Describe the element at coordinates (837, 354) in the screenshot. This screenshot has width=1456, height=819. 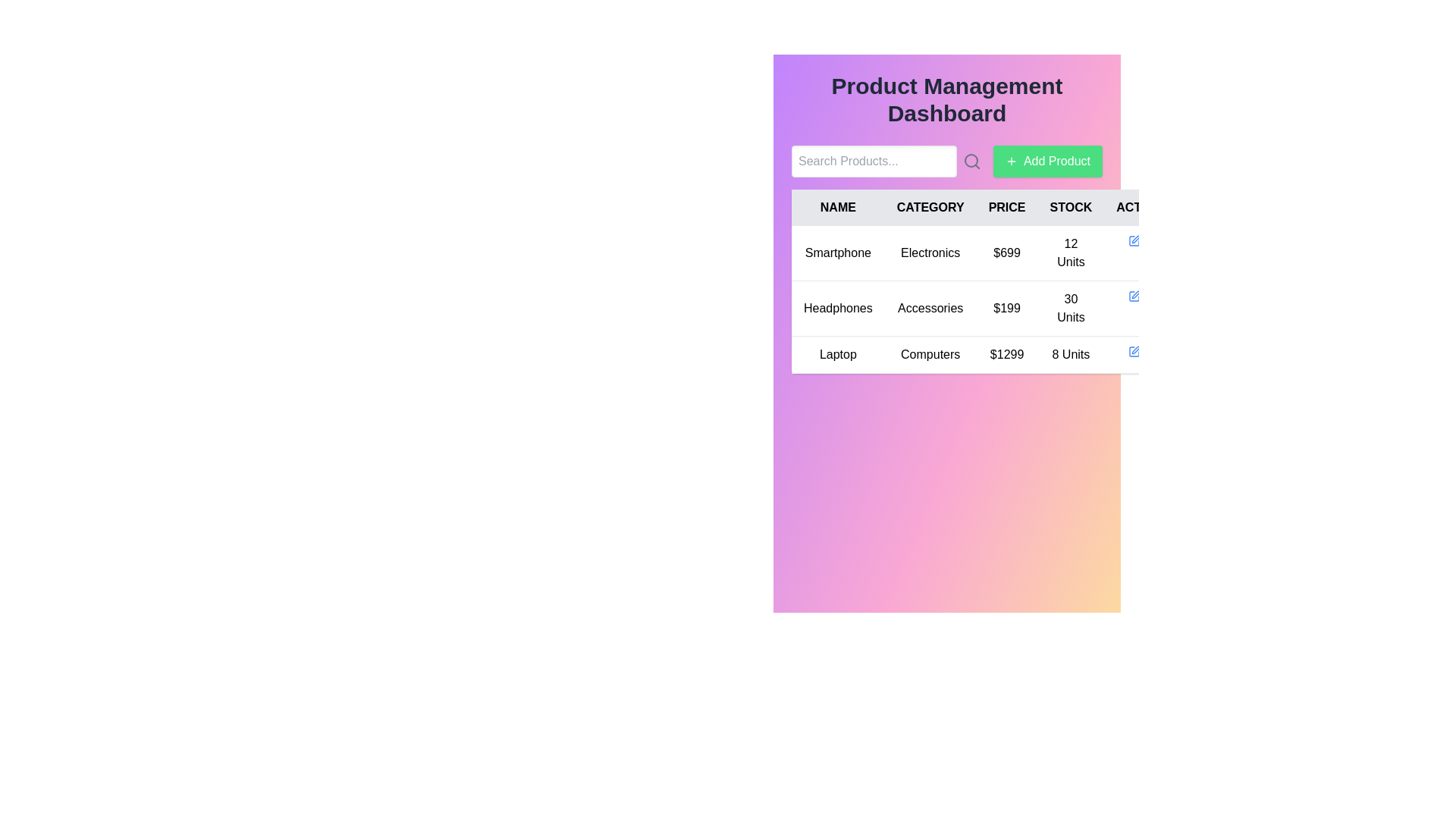
I see `the text label displaying 'Laptop' in bold font, located in the third row of the table under the 'NAME' column` at that location.